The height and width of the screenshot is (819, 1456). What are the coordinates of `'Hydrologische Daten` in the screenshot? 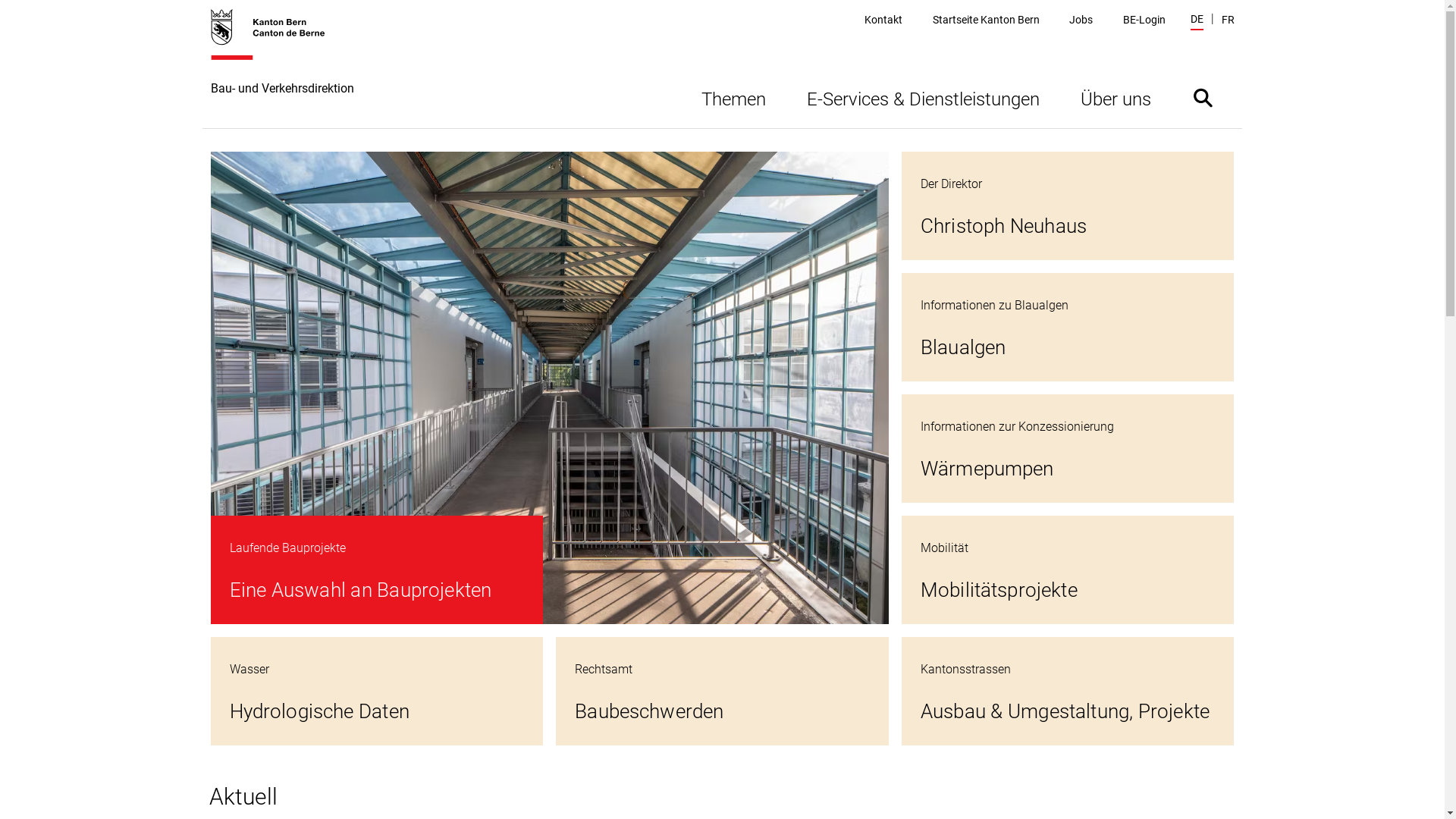 It's located at (377, 691).